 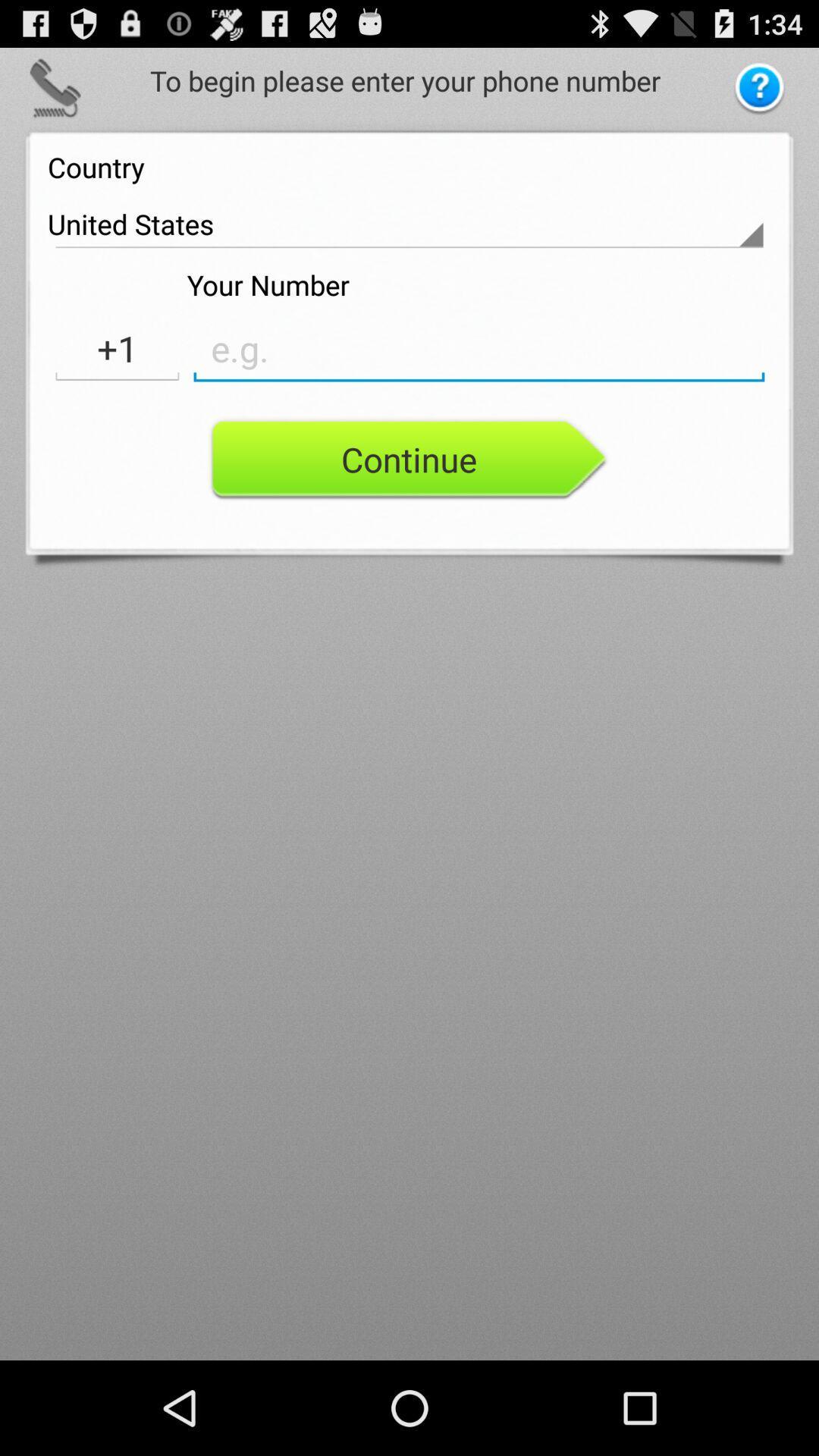 What do you see at coordinates (759, 88) in the screenshot?
I see `question button` at bounding box center [759, 88].